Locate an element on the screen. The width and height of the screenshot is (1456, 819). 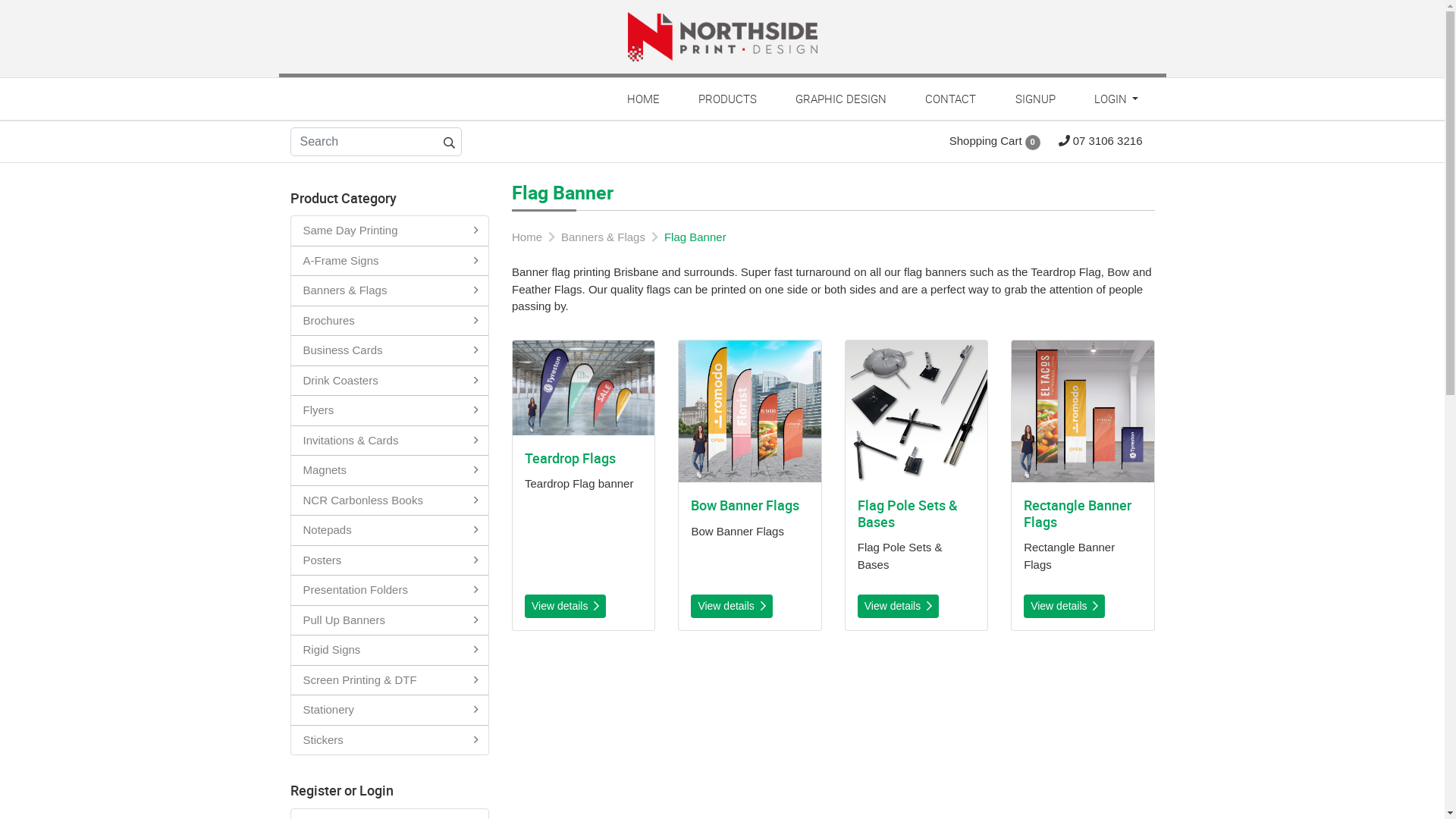
'SIGNUP' is located at coordinates (1034, 99).